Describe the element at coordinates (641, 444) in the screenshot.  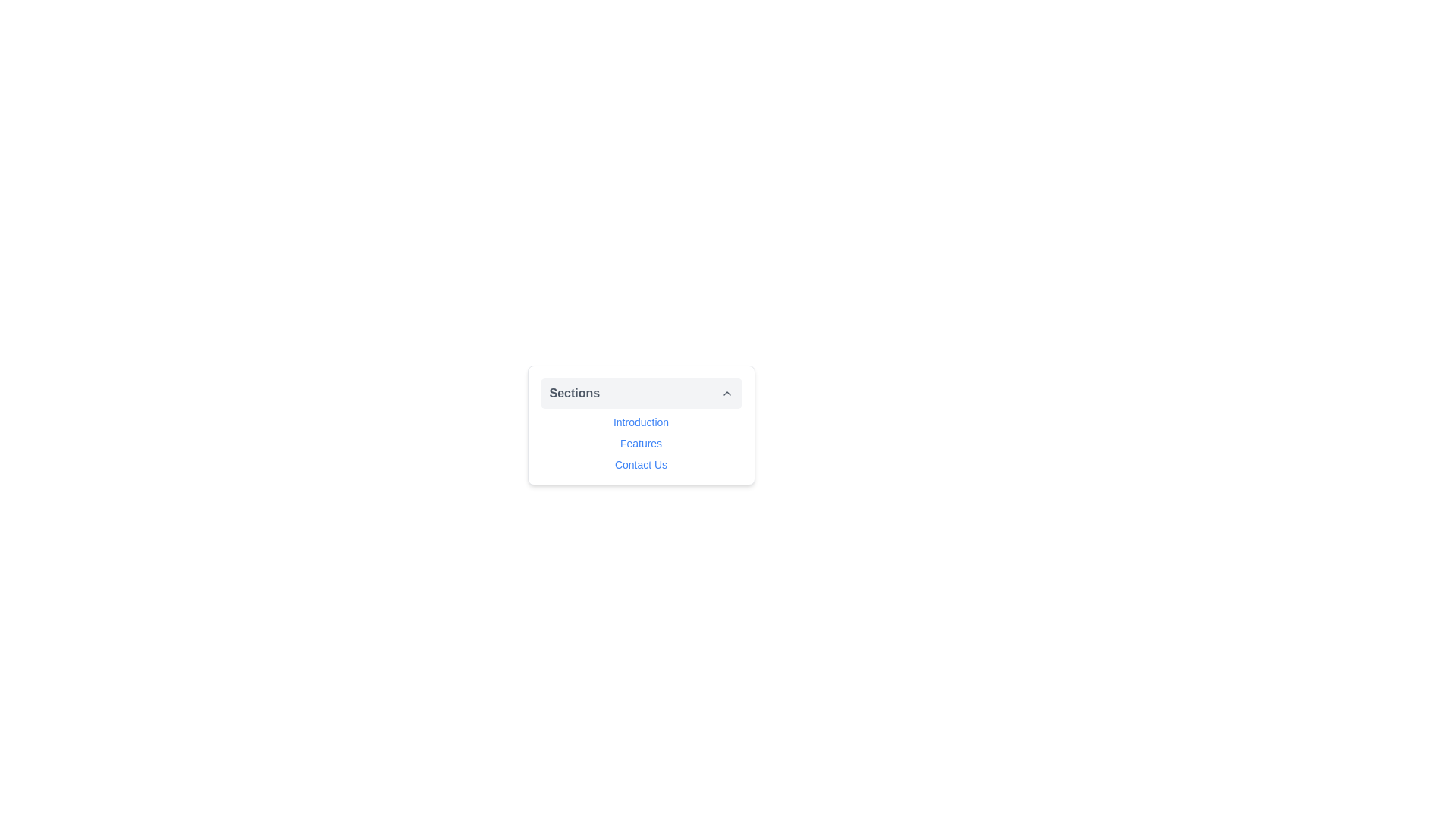
I see `the 'Features' link in the interactive list of navigation links located below the 'Sections' heading` at that location.